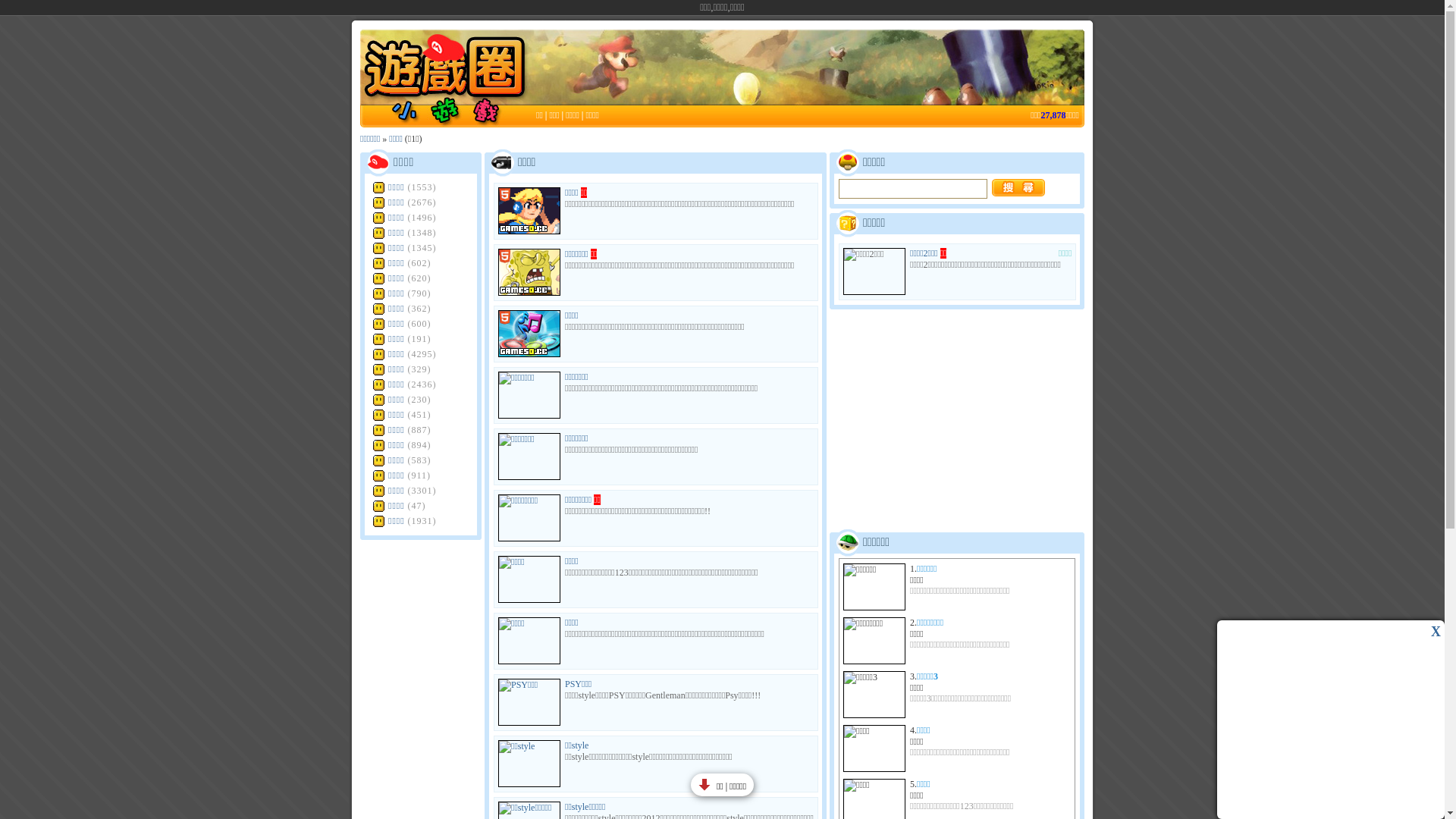 Image resolution: width=1456 pixels, height=819 pixels. Describe the element at coordinates (806, 66) in the screenshot. I see `'Advertisement'` at that location.